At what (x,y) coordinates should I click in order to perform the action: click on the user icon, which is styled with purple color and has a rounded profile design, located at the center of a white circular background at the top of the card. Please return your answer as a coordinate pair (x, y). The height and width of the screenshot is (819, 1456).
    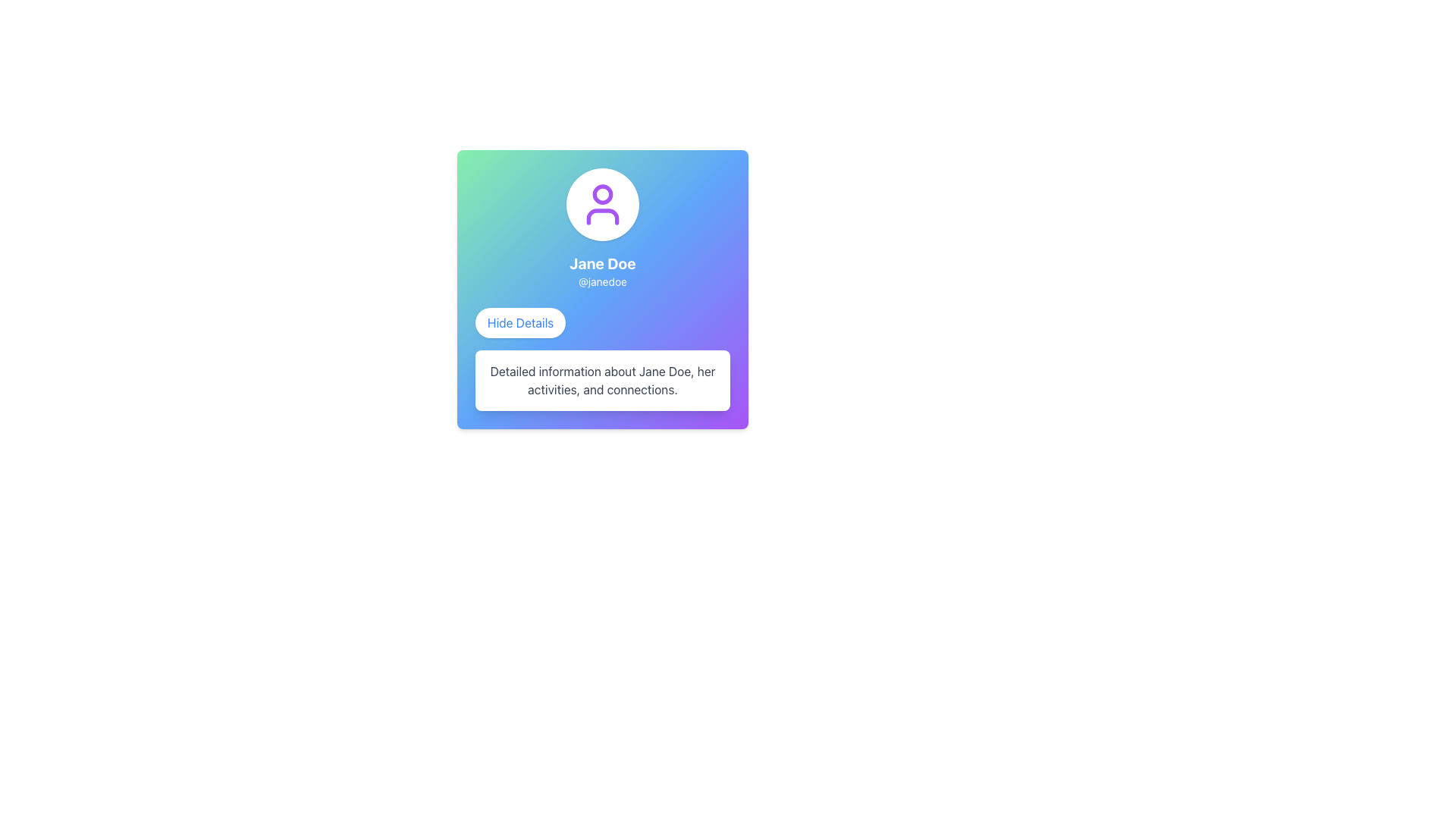
    Looking at the image, I should click on (602, 205).